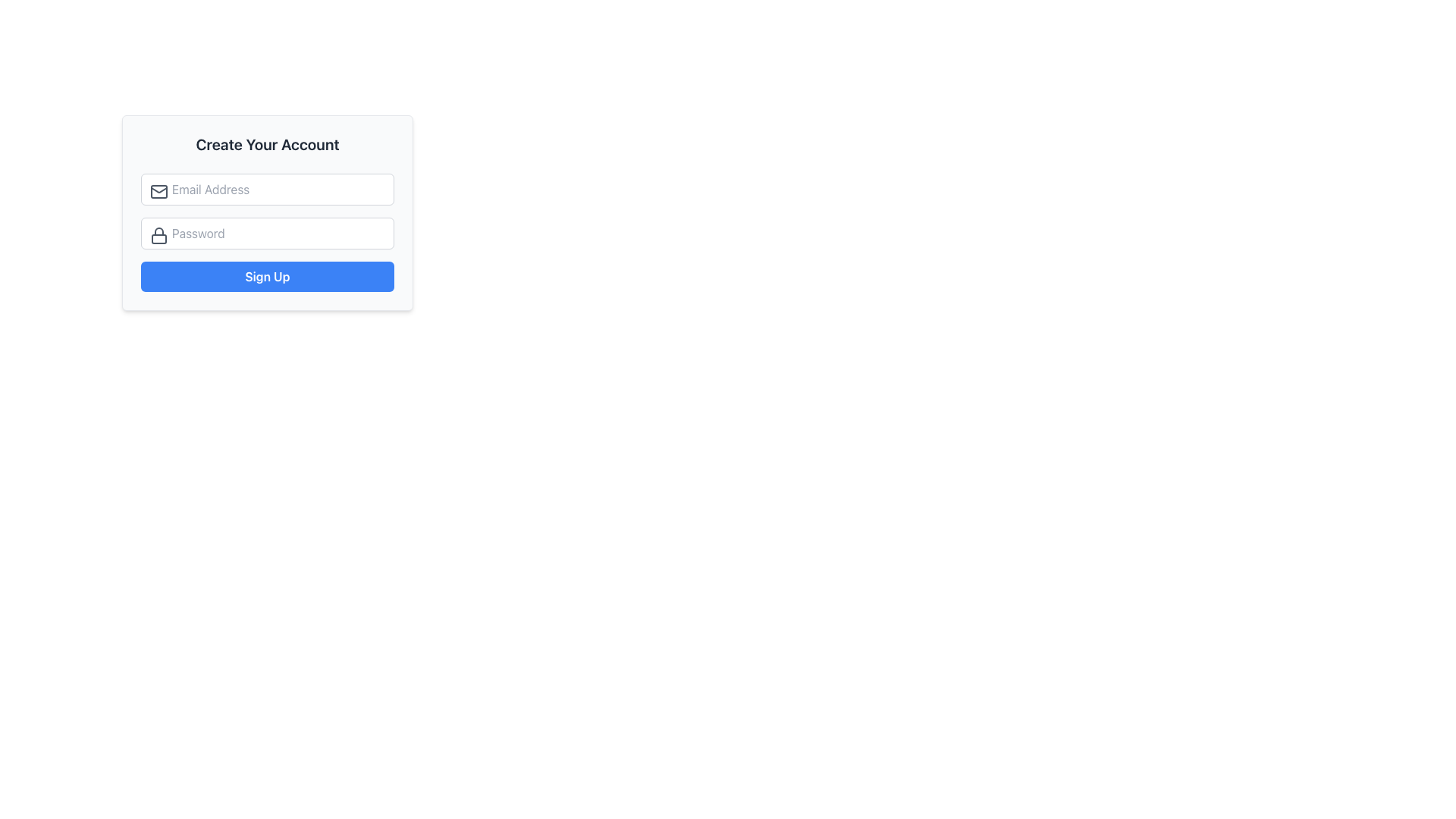 This screenshot has width=1456, height=819. I want to click on the heading element that displays 'Create Your Account', which is prominently positioned at the top of the Sign-Up form card, so click(268, 145).